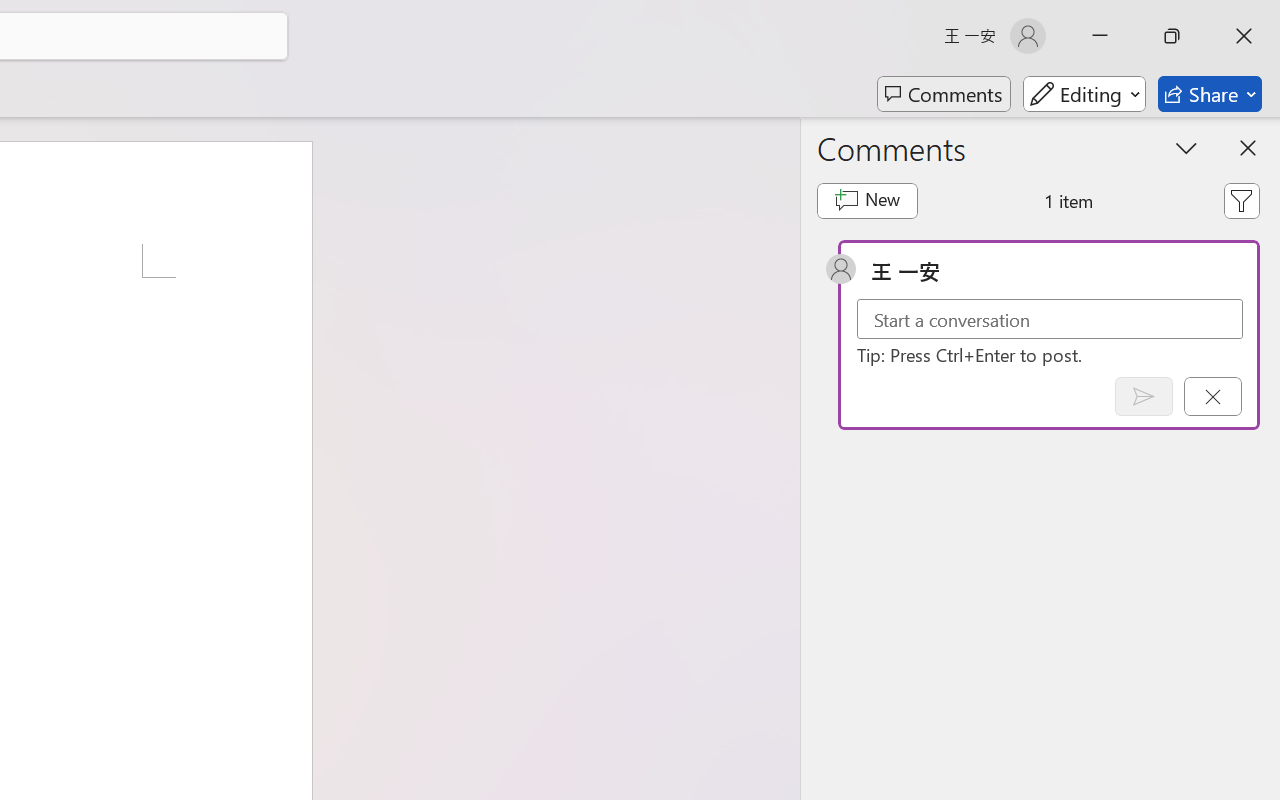 The width and height of the screenshot is (1280, 800). I want to click on 'Post comment (Ctrl + Enter)', so click(1143, 395).